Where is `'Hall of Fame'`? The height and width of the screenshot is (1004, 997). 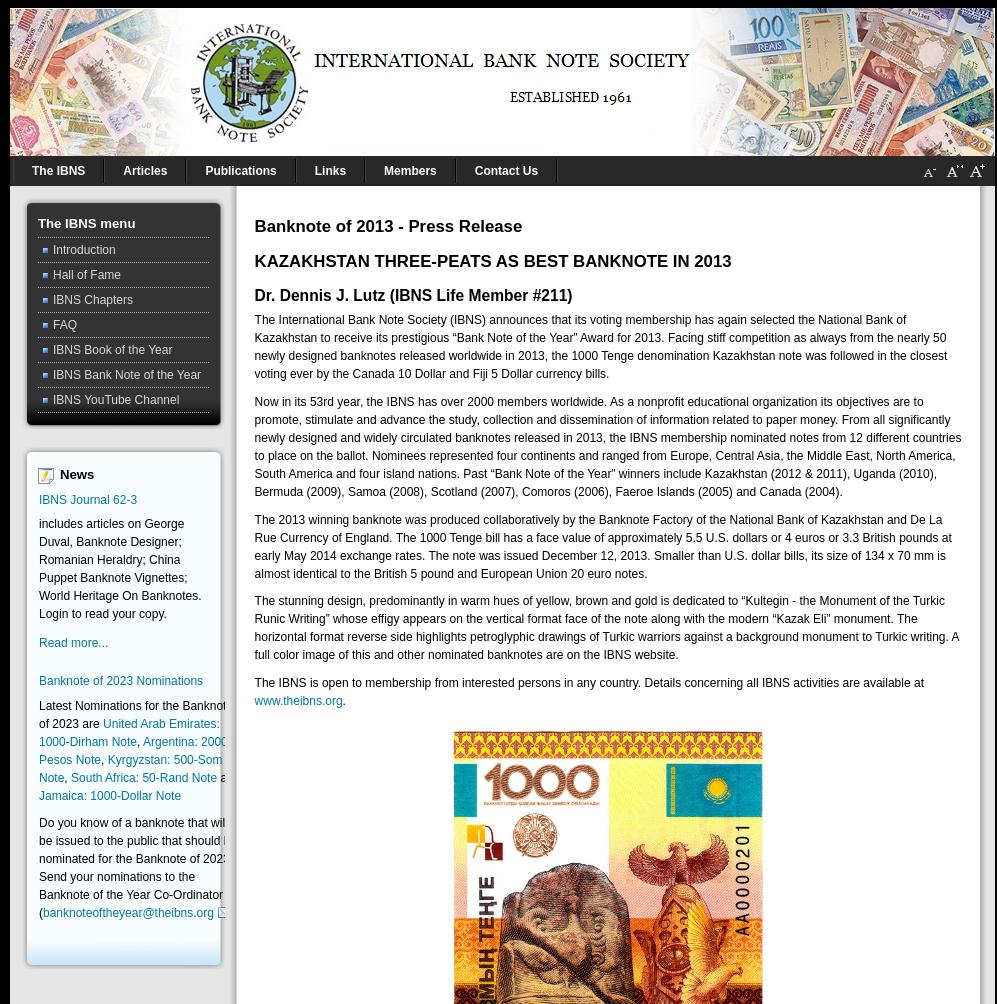
'Hall of Fame' is located at coordinates (86, 273).